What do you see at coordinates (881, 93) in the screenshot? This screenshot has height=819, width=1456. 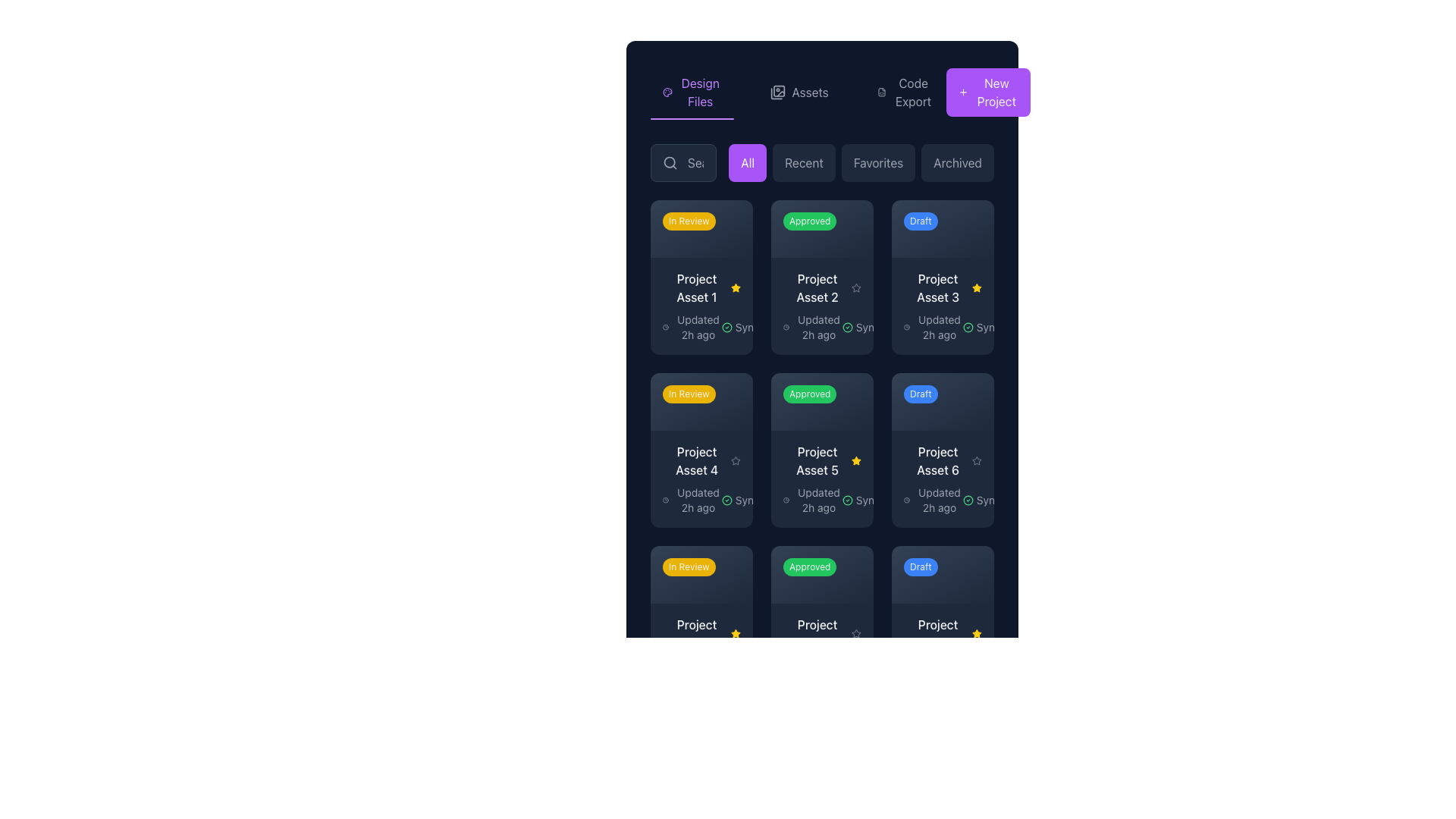 I see `the 'Code Export' icon located in the top navigation bar, which is identifiable by its textual label and positioned between the 'Assets' and 'New Project' items` at bounding box center [881, 93].